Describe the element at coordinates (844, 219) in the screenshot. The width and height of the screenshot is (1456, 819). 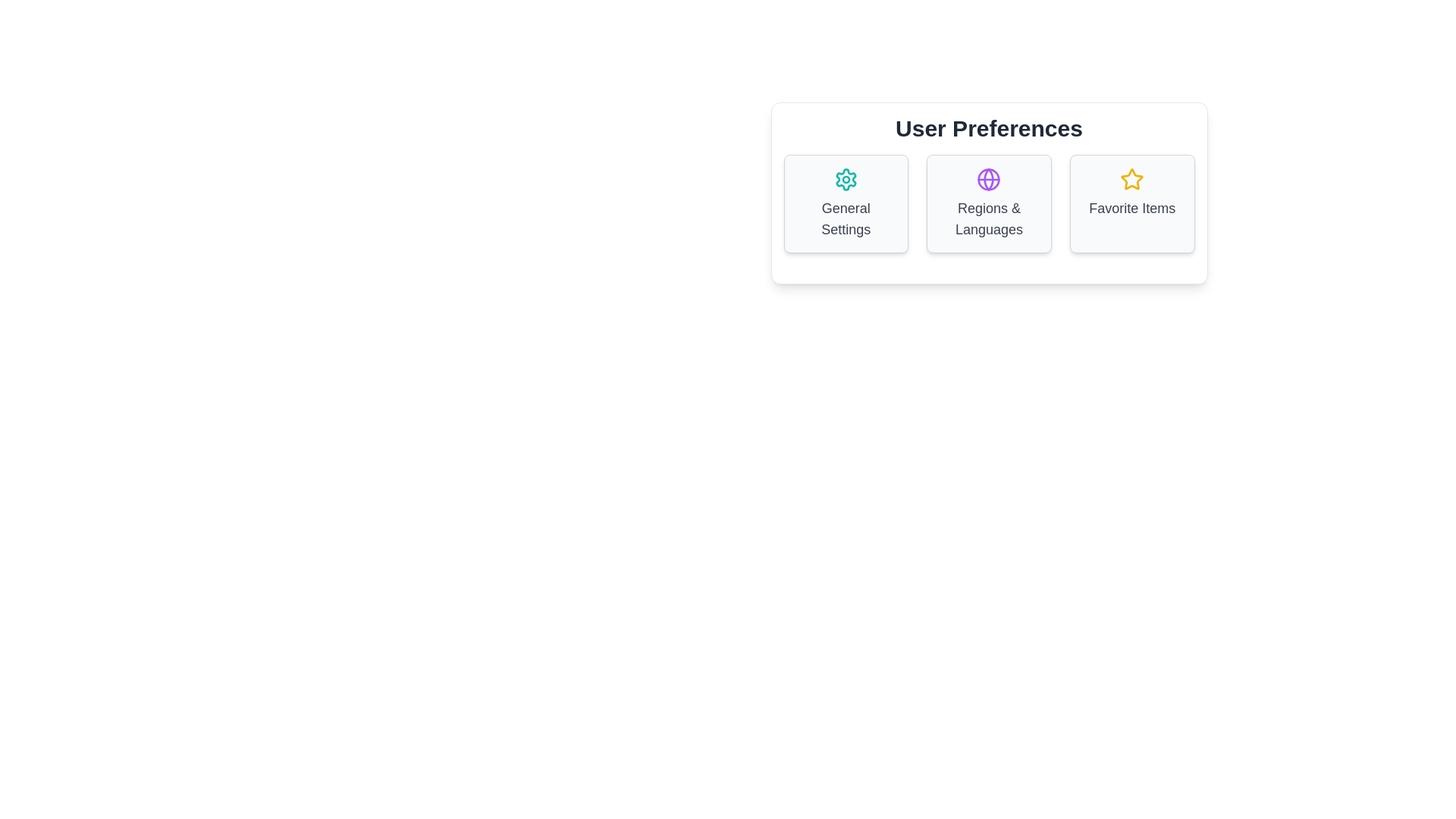
I see `the 'General Settings' label to highlight it` at that location.